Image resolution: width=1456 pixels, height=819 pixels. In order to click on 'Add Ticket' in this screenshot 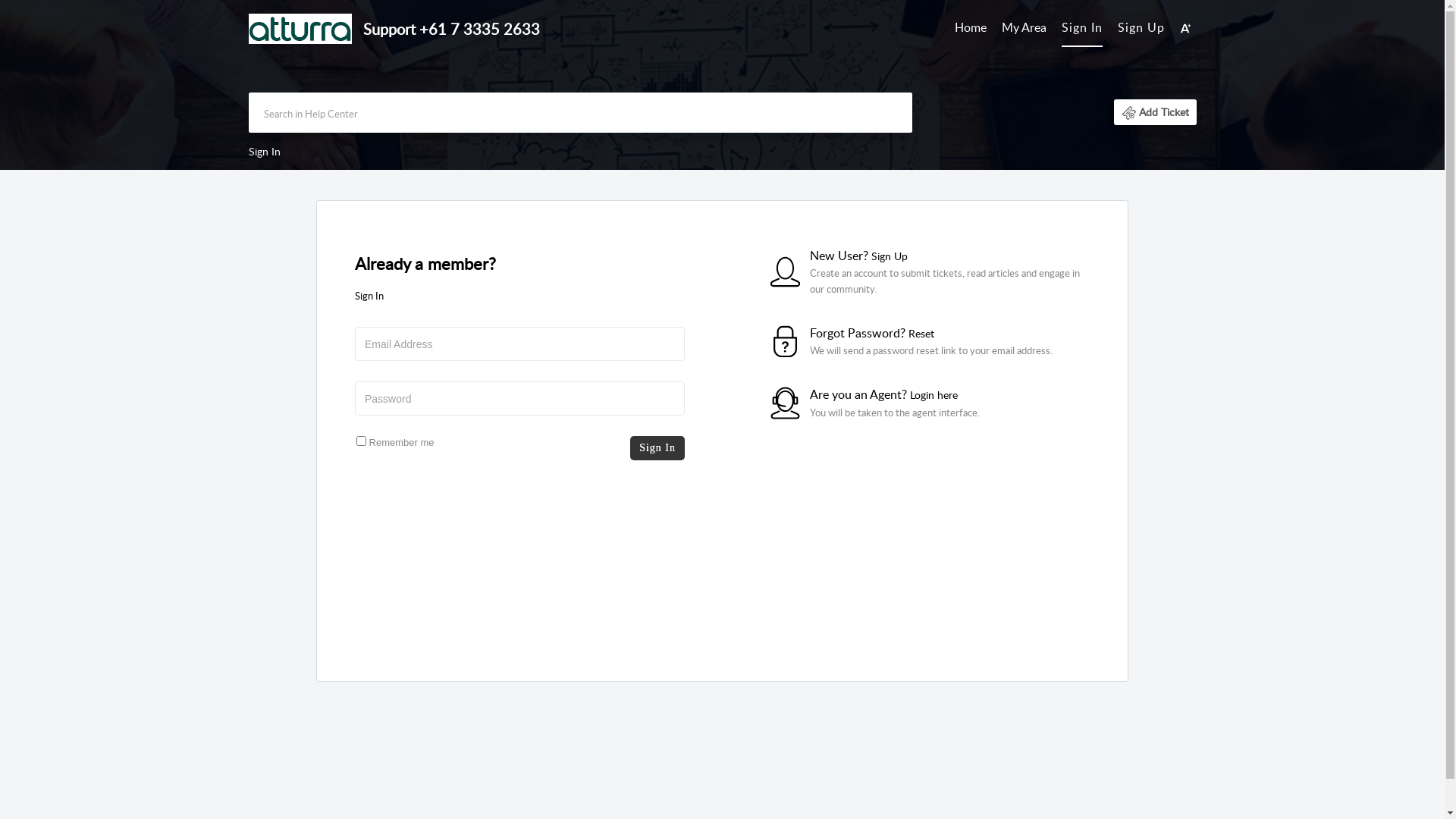, I will do `click(1113, 111)`.